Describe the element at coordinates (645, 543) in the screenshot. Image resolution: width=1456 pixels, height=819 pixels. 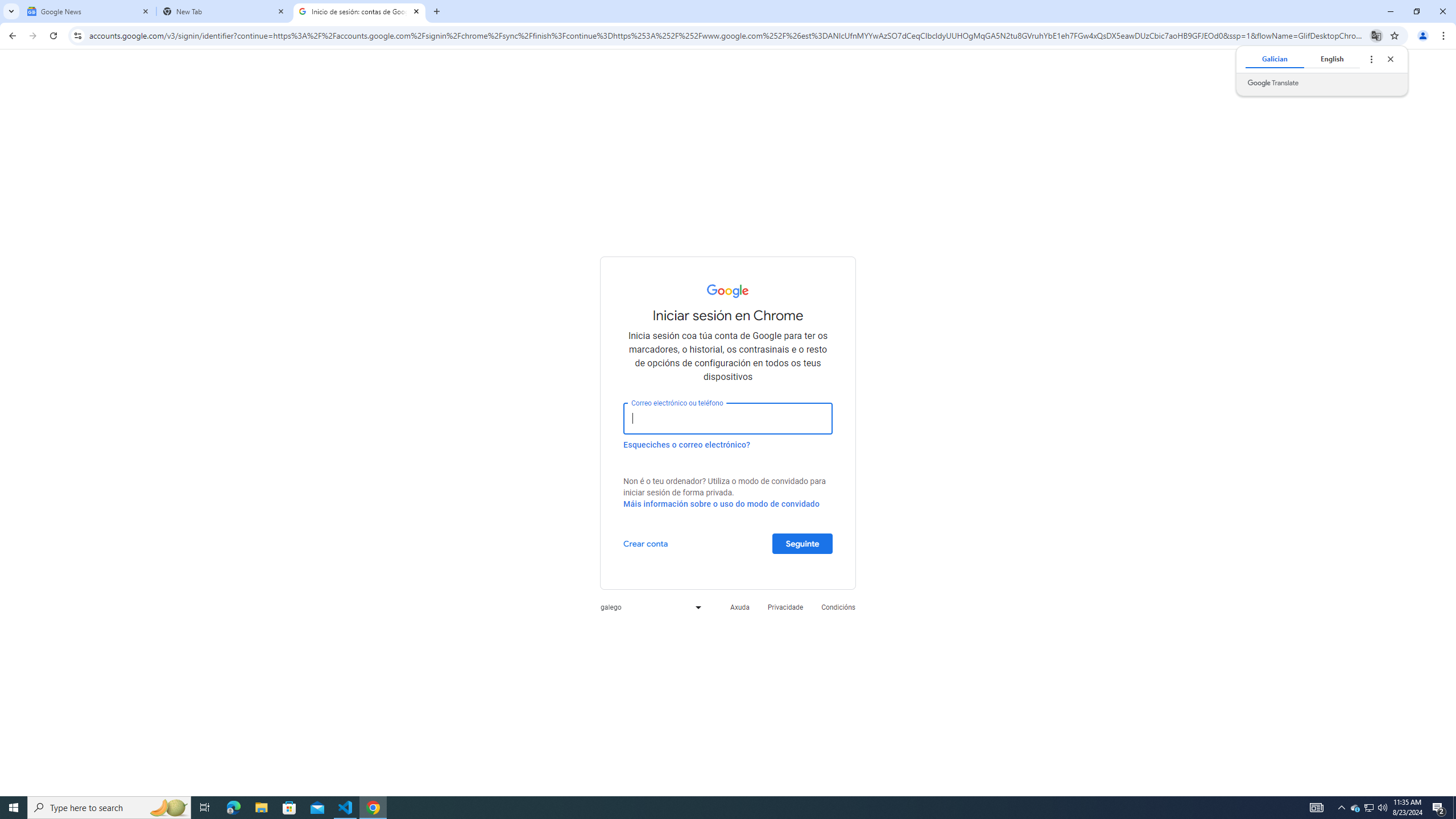
I see `'Crear conta'` at that location.